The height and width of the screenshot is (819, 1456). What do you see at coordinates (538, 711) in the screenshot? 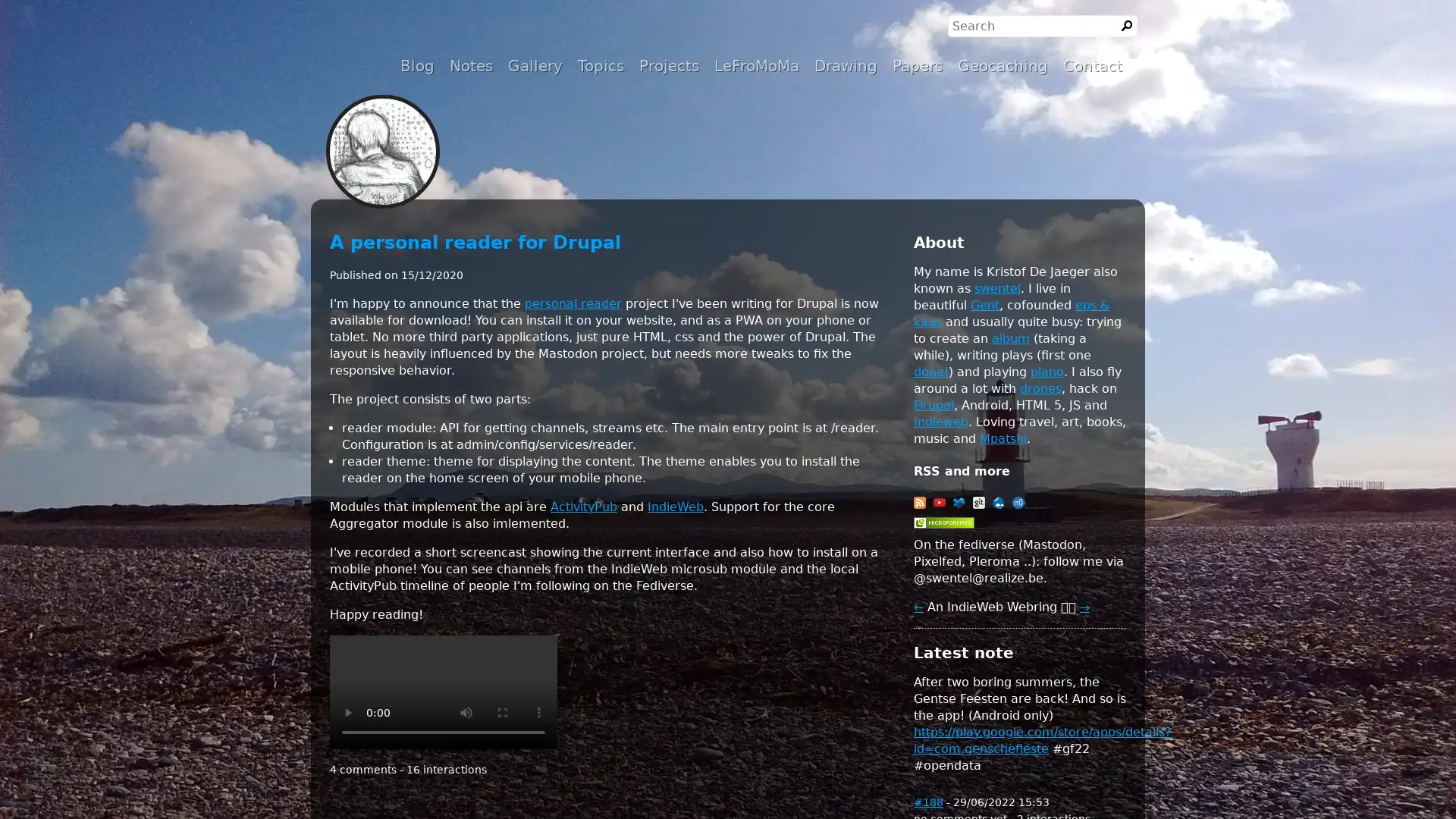
I see `show more media controls` at bounding box center [538, 711].